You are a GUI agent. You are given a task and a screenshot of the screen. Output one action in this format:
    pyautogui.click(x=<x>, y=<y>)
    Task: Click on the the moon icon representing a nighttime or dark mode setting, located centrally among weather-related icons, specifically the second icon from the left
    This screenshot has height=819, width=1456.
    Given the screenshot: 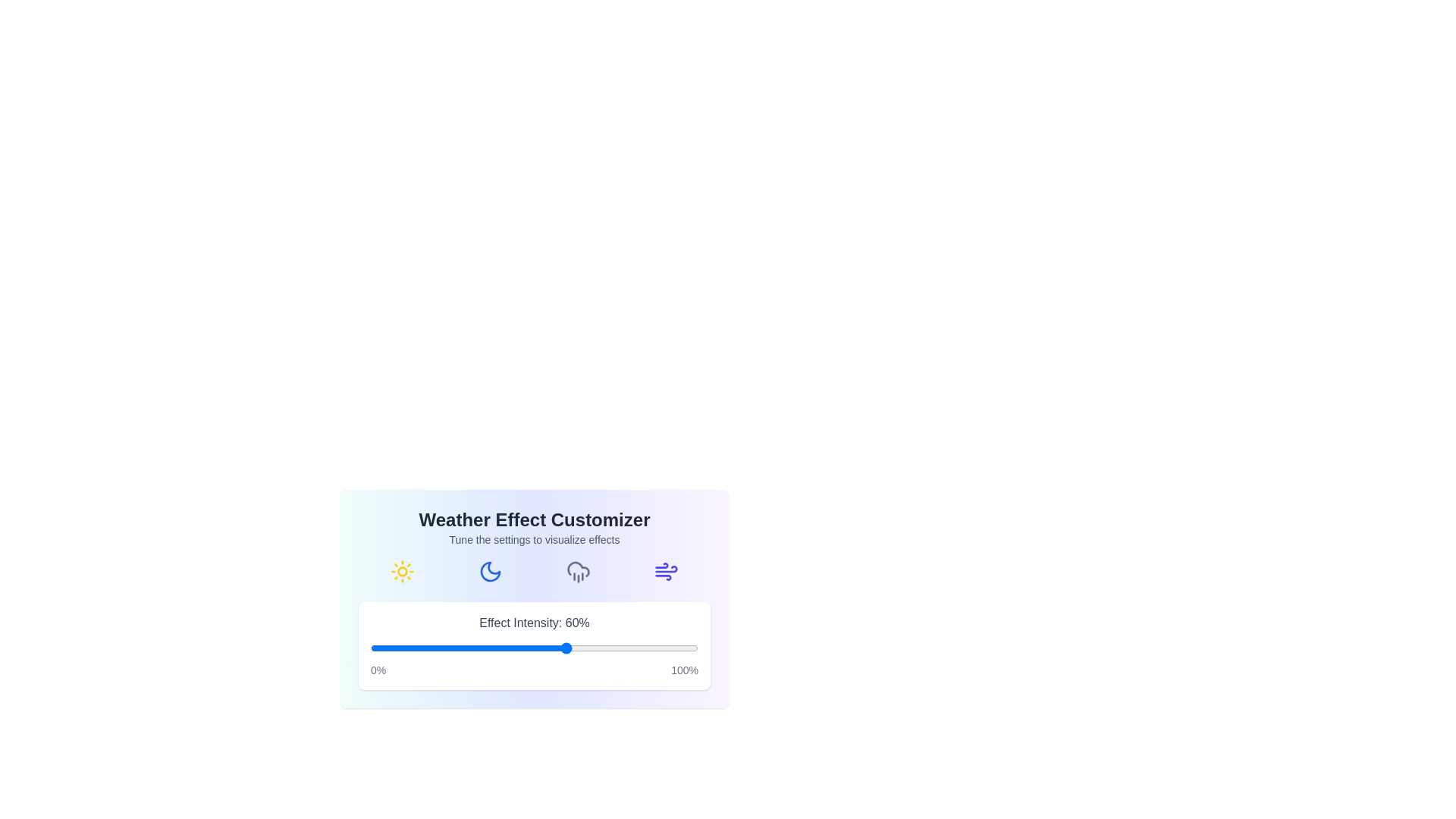 What is the action you would take?
    pyautogui.click(x=491, y=571)
    